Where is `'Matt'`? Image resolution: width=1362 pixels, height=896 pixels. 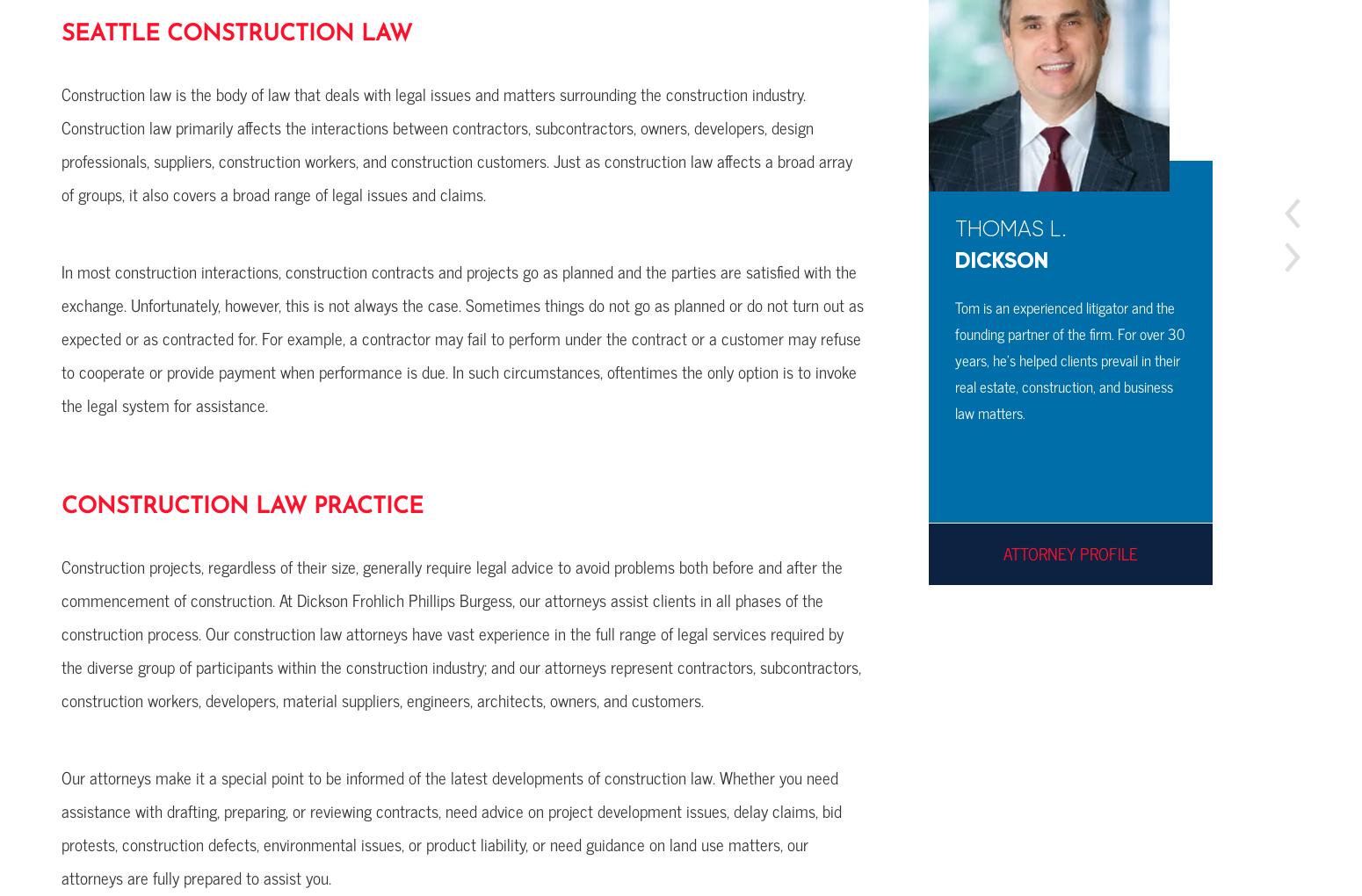 'Matt' is located at coordinates (696, 228).